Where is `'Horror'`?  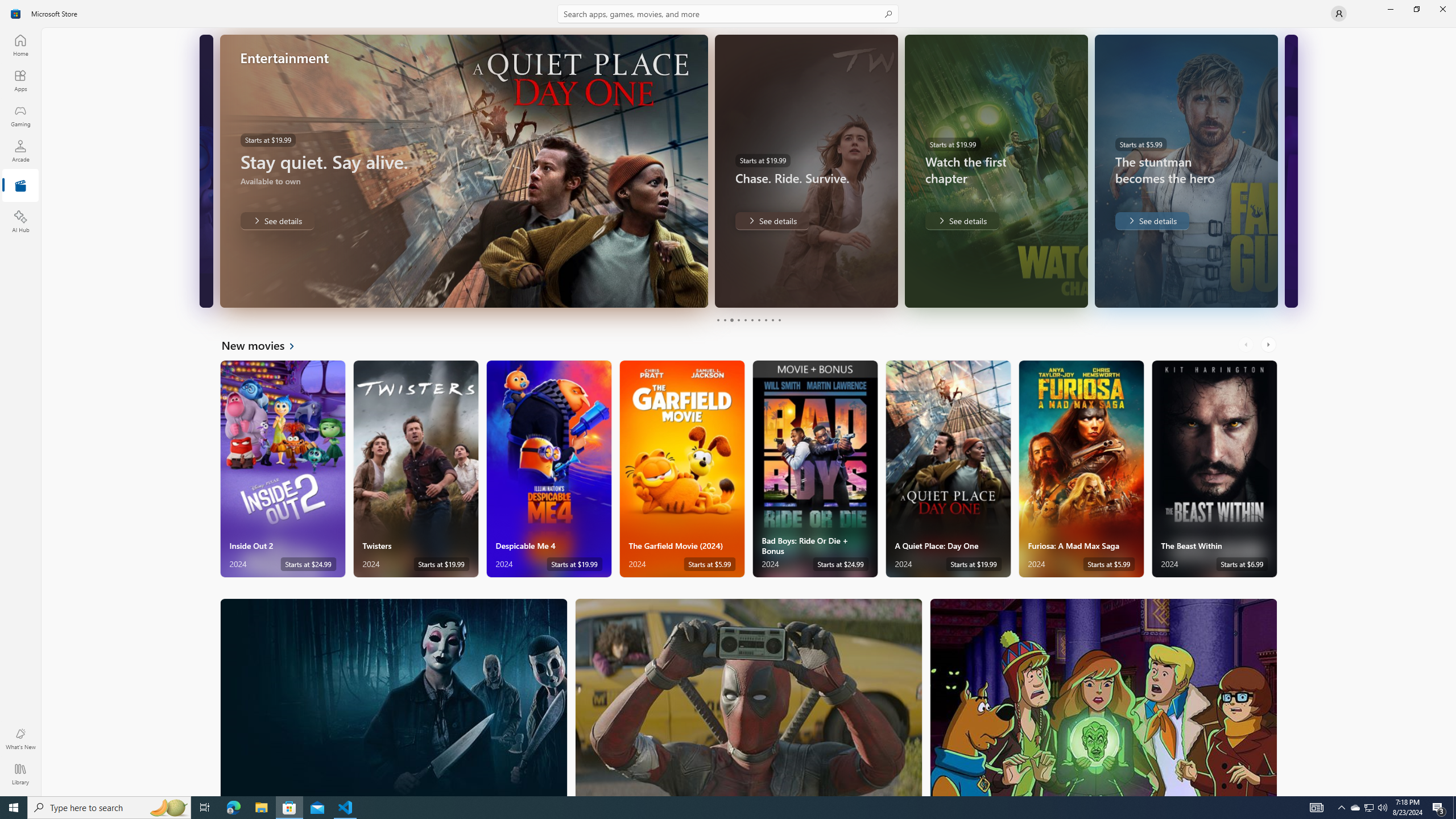 'Horror' is located at coordinates (394, 697).